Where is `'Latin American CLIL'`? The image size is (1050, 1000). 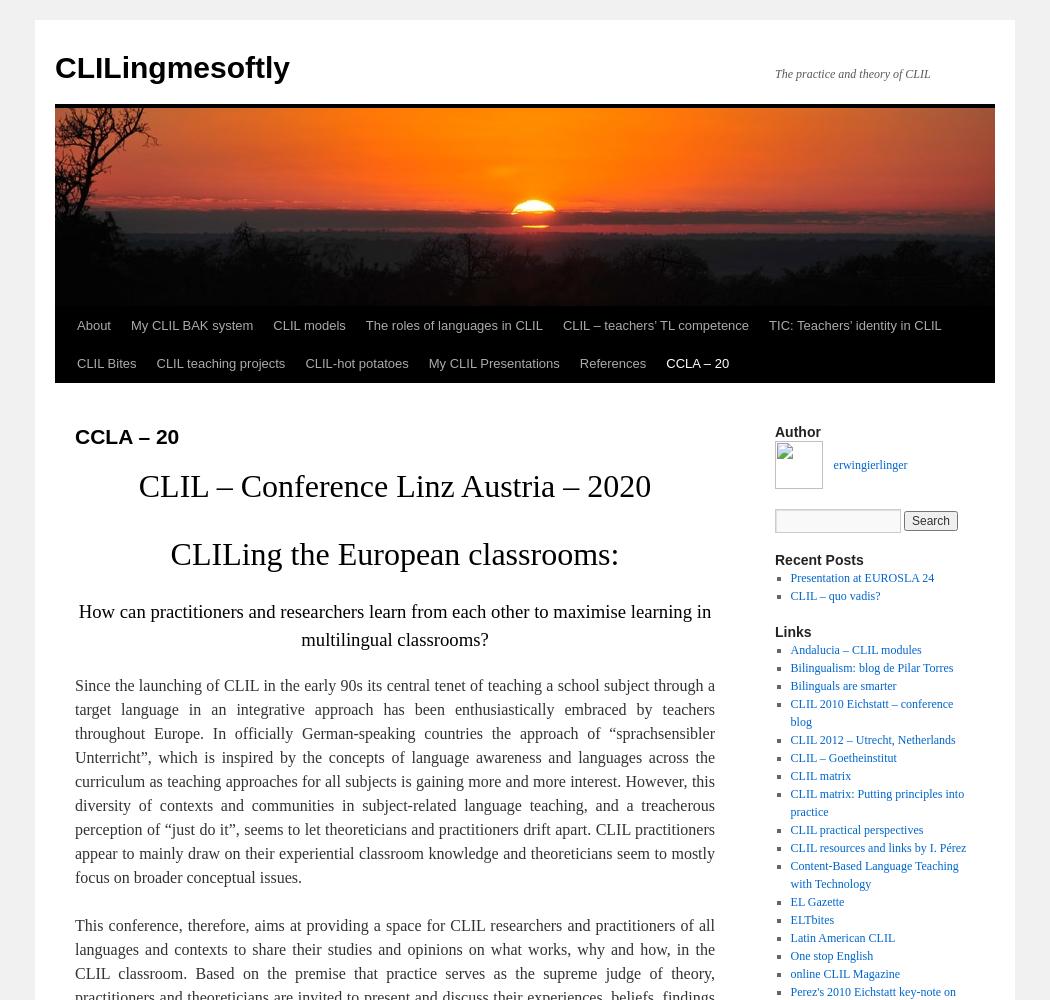 'Latin American CLIL' is located at coordinates (842, 938).